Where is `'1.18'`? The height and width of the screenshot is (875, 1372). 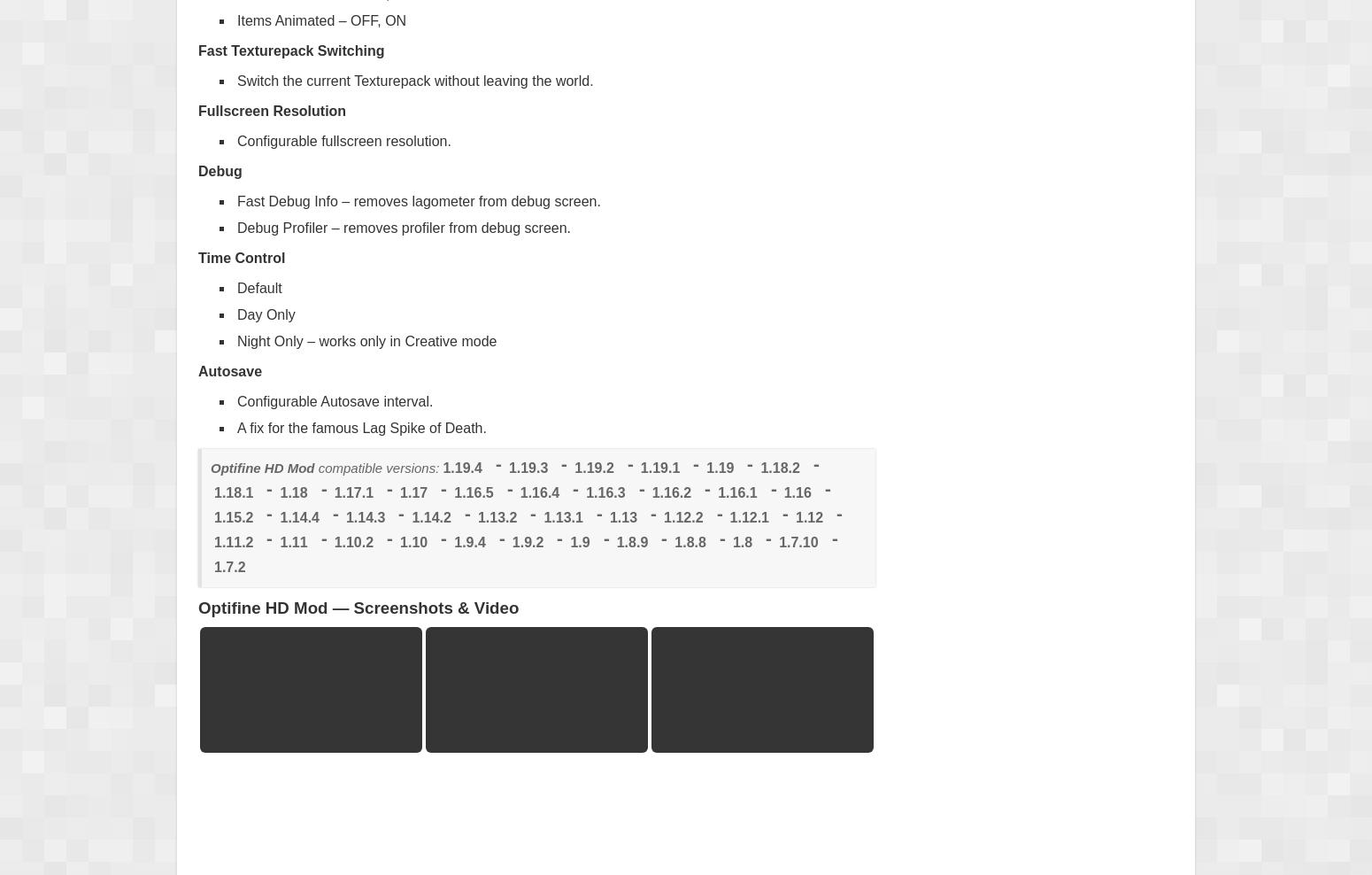 '1.18' is located at coordinates (279, 491).